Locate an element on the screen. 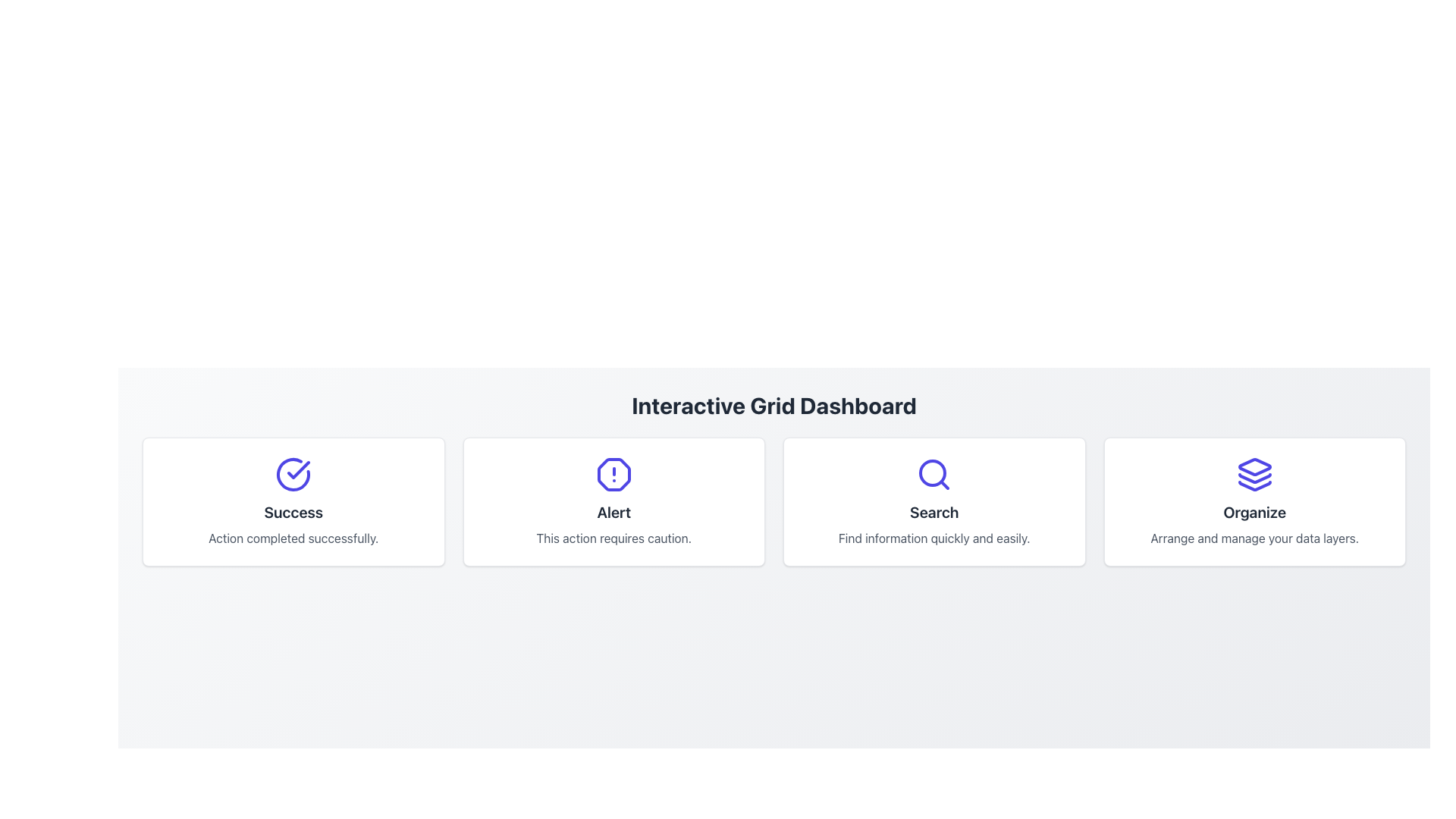 This screenshot has width=1456, height=819. the organization icon located in the bottom-right section of the dashboard interface, under the title 'Organize' is located at coordinates (1254, 466).